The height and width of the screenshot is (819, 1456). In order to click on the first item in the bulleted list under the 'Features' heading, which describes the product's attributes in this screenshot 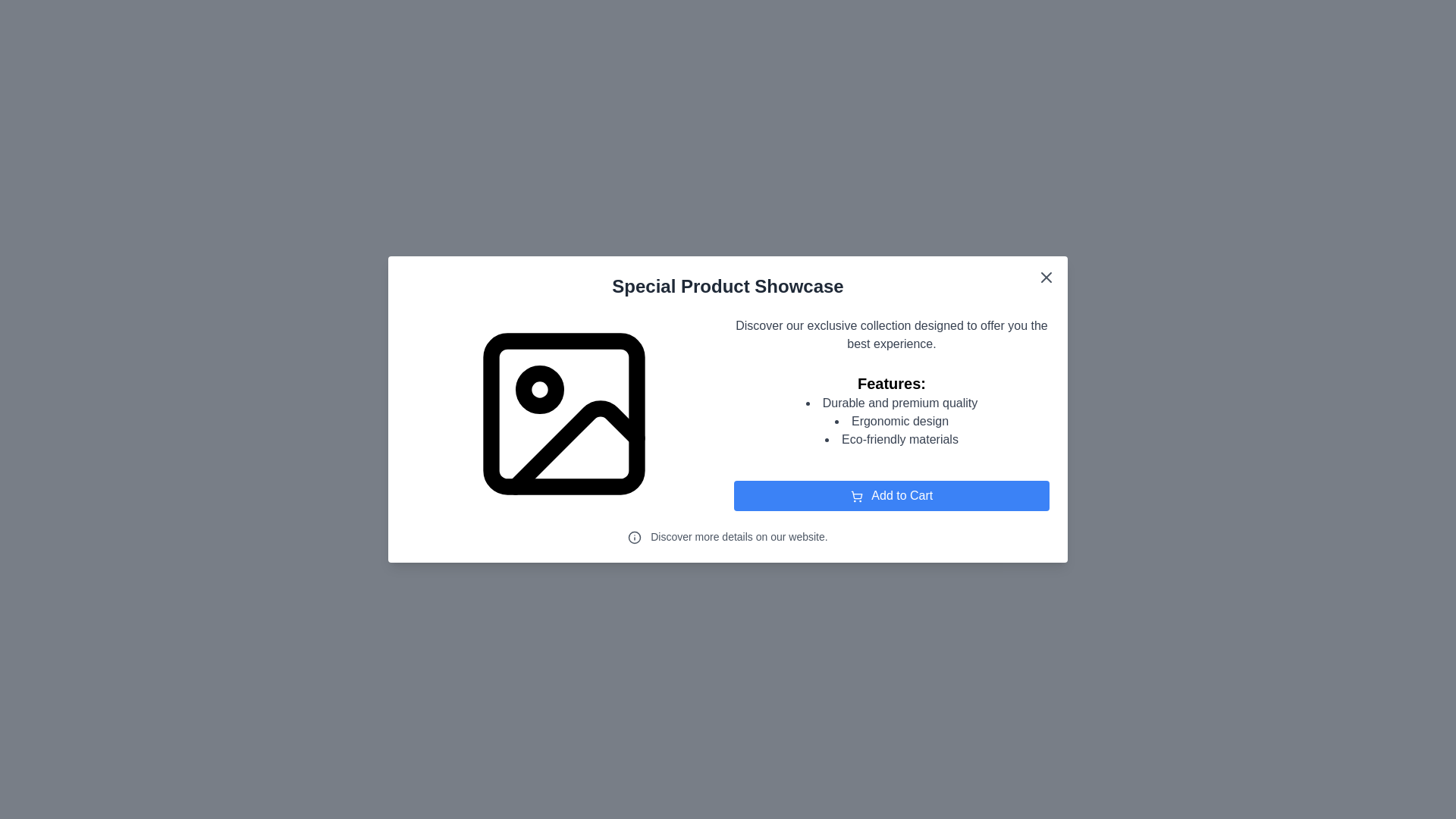, I will do `click(892, 402)`.